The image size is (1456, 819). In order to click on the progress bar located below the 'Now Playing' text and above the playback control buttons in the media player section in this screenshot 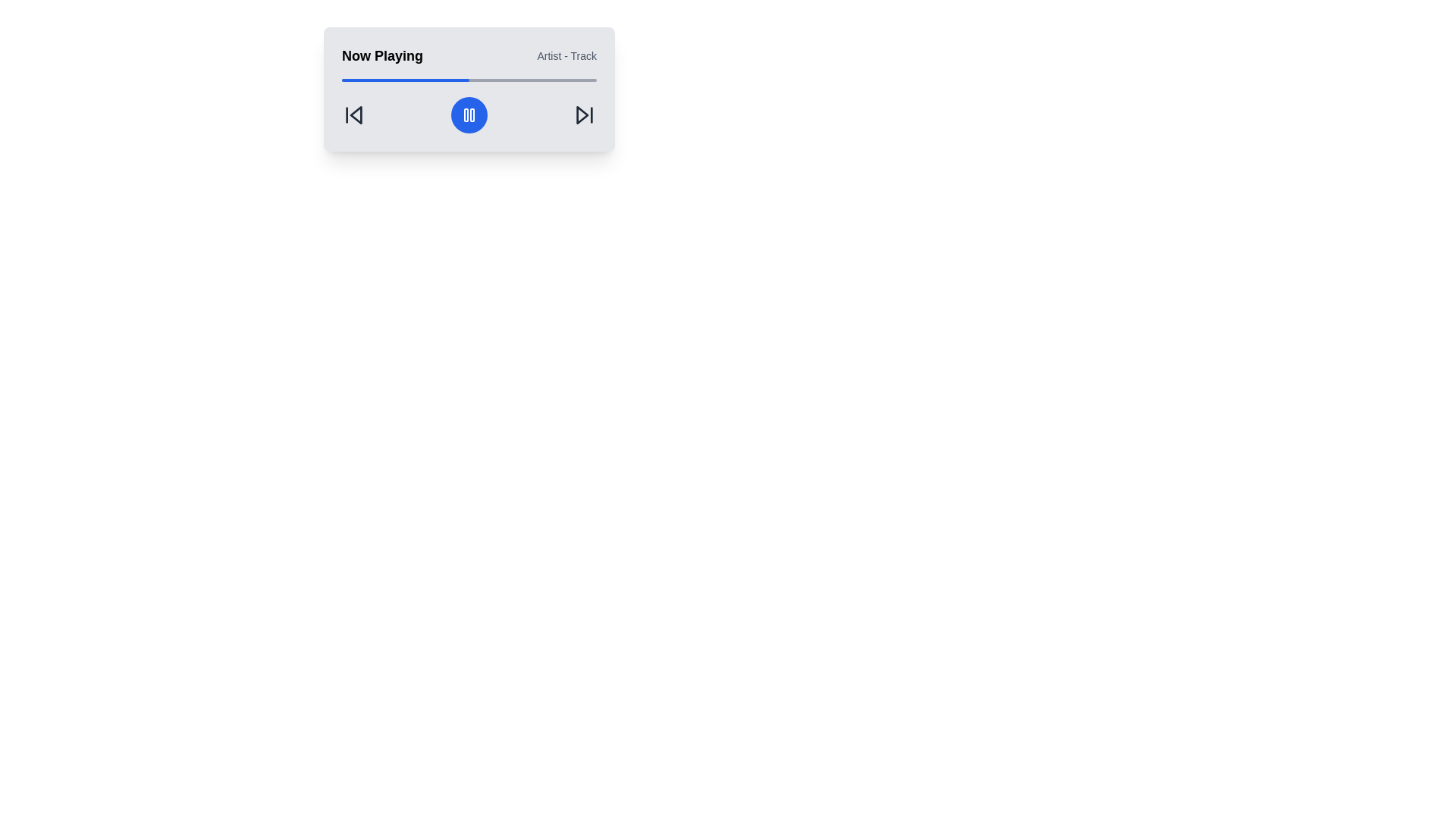, I will do `click(469, 80)`.